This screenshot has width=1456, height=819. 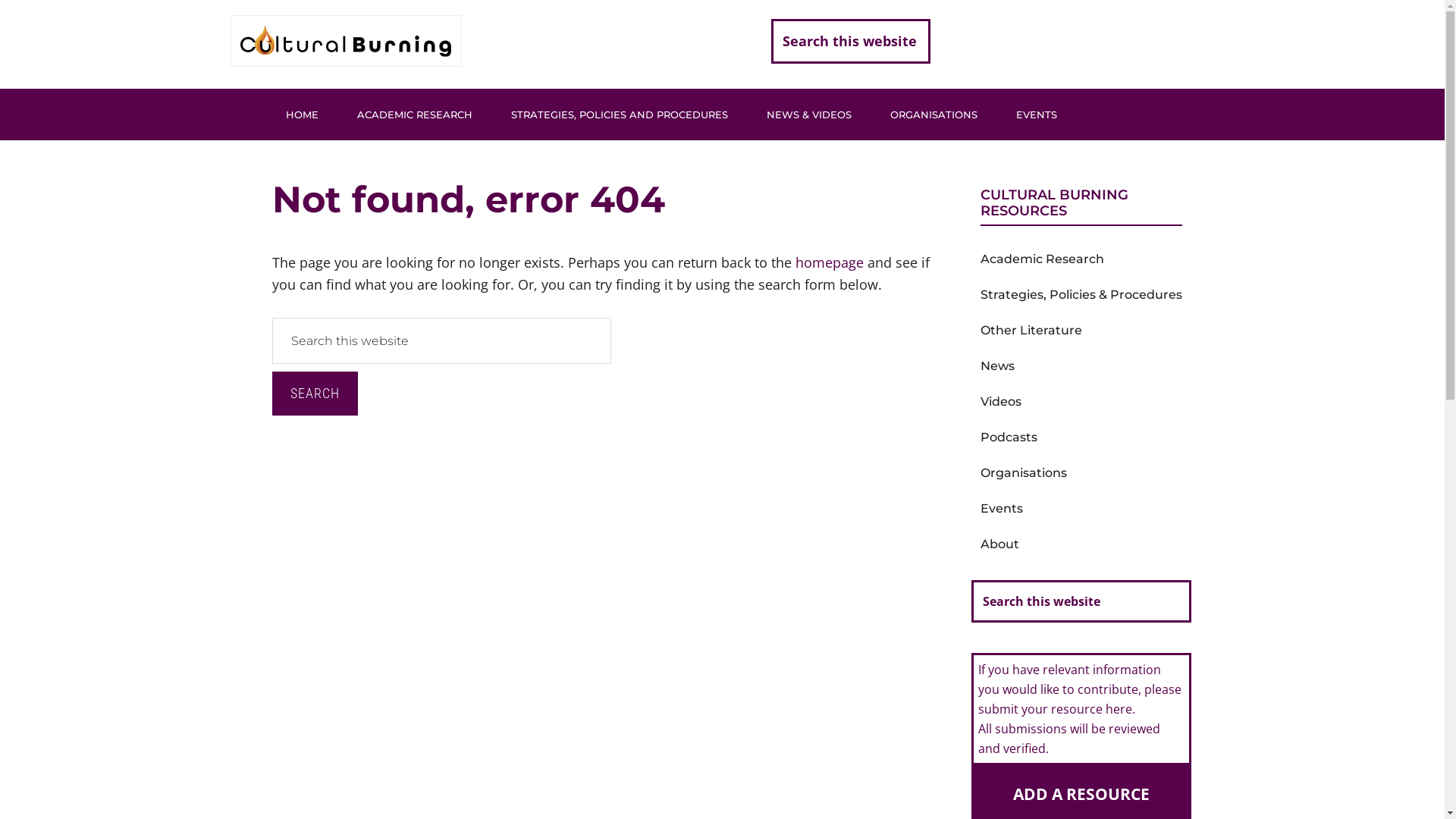 I want to click on 'HOME', so click(x=301, y=109).